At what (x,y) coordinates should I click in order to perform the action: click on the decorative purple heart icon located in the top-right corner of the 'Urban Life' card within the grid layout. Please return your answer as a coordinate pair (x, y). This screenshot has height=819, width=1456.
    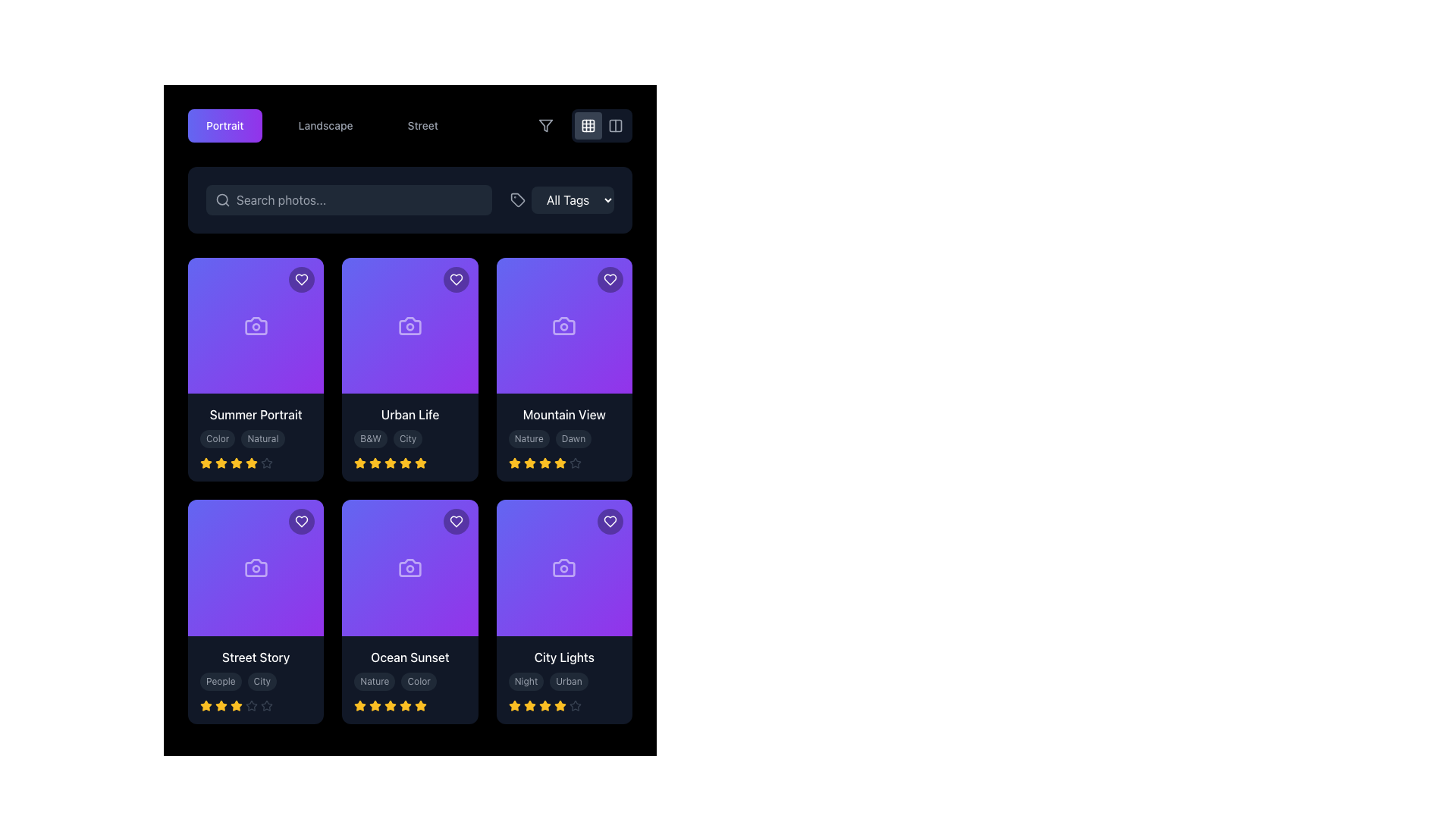
    Looking at the image, I should click on (455, 280).